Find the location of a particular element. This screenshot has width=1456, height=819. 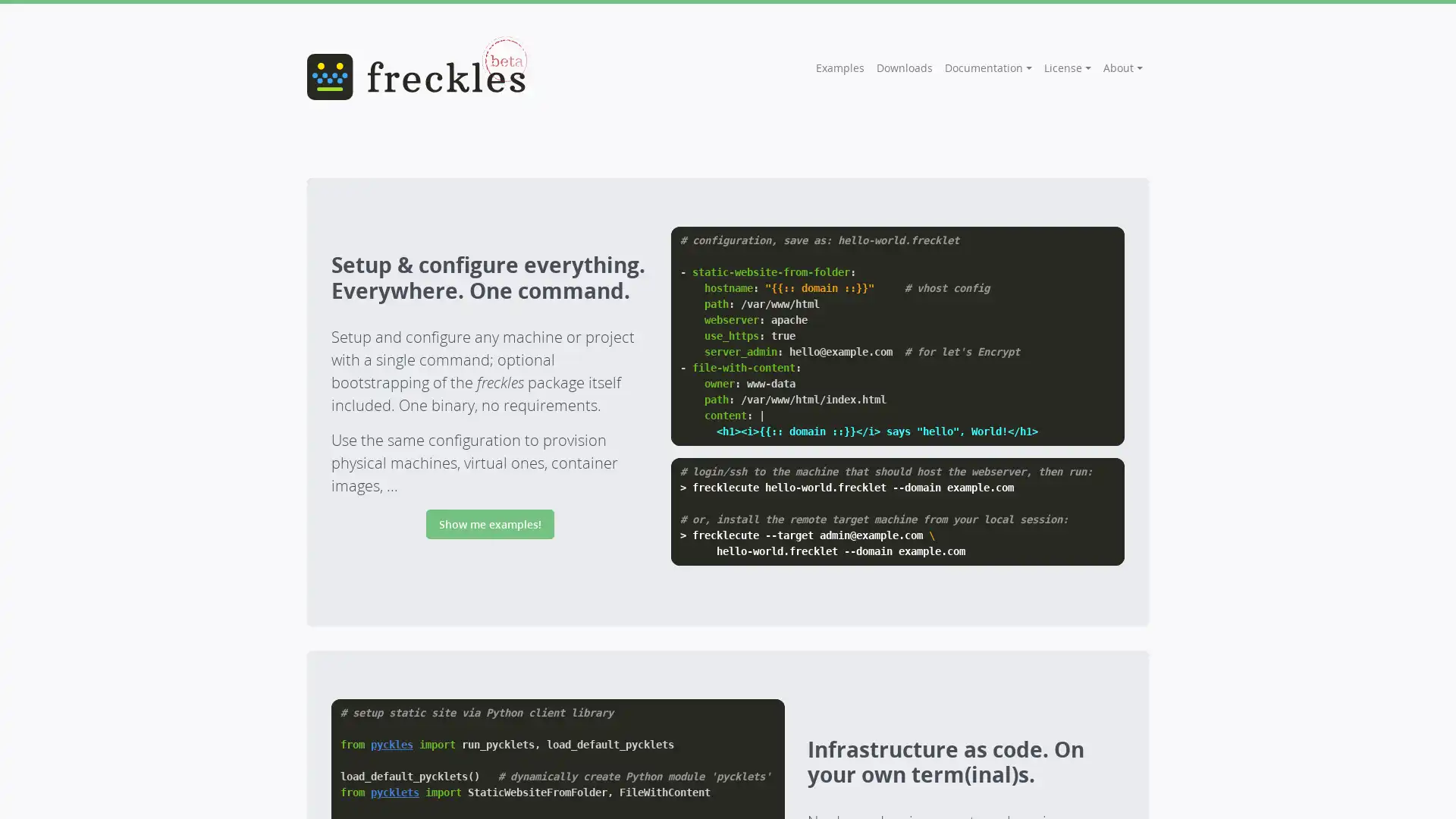

Show me examples! is located at coordinates (489, 523).